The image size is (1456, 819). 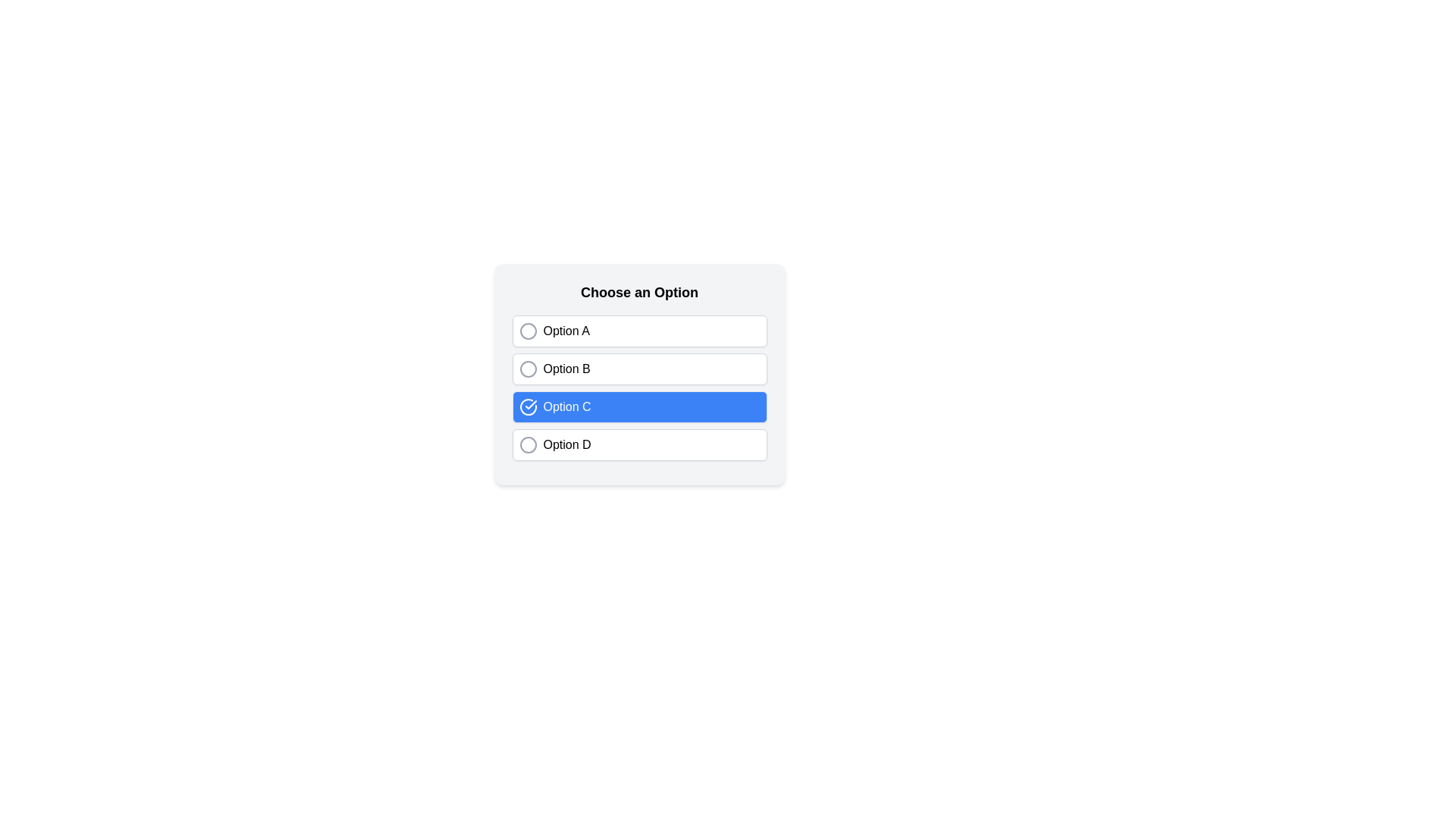 What do you see at coordinates (566, 369) in the screenshot?
I see `label text associated with the second radio button in the 'Choose an Option' section, which is positioned to the right of the corresponding radio button` at bounding box center [566, 369].